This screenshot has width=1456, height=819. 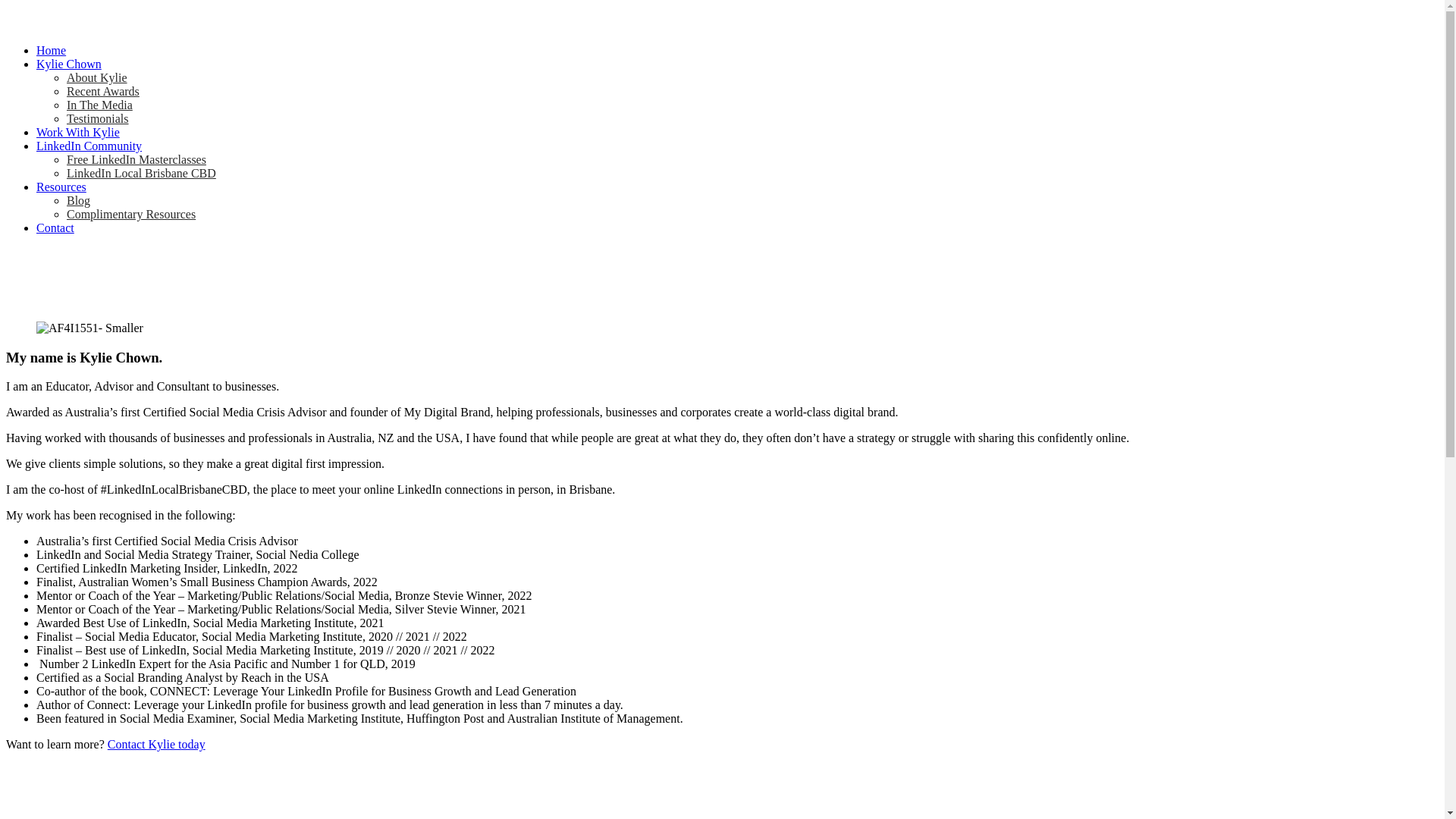 What do you see at coordinates (55, 227) in the screenshot?
I see `'Contact'` at bounding box center [55, 227].